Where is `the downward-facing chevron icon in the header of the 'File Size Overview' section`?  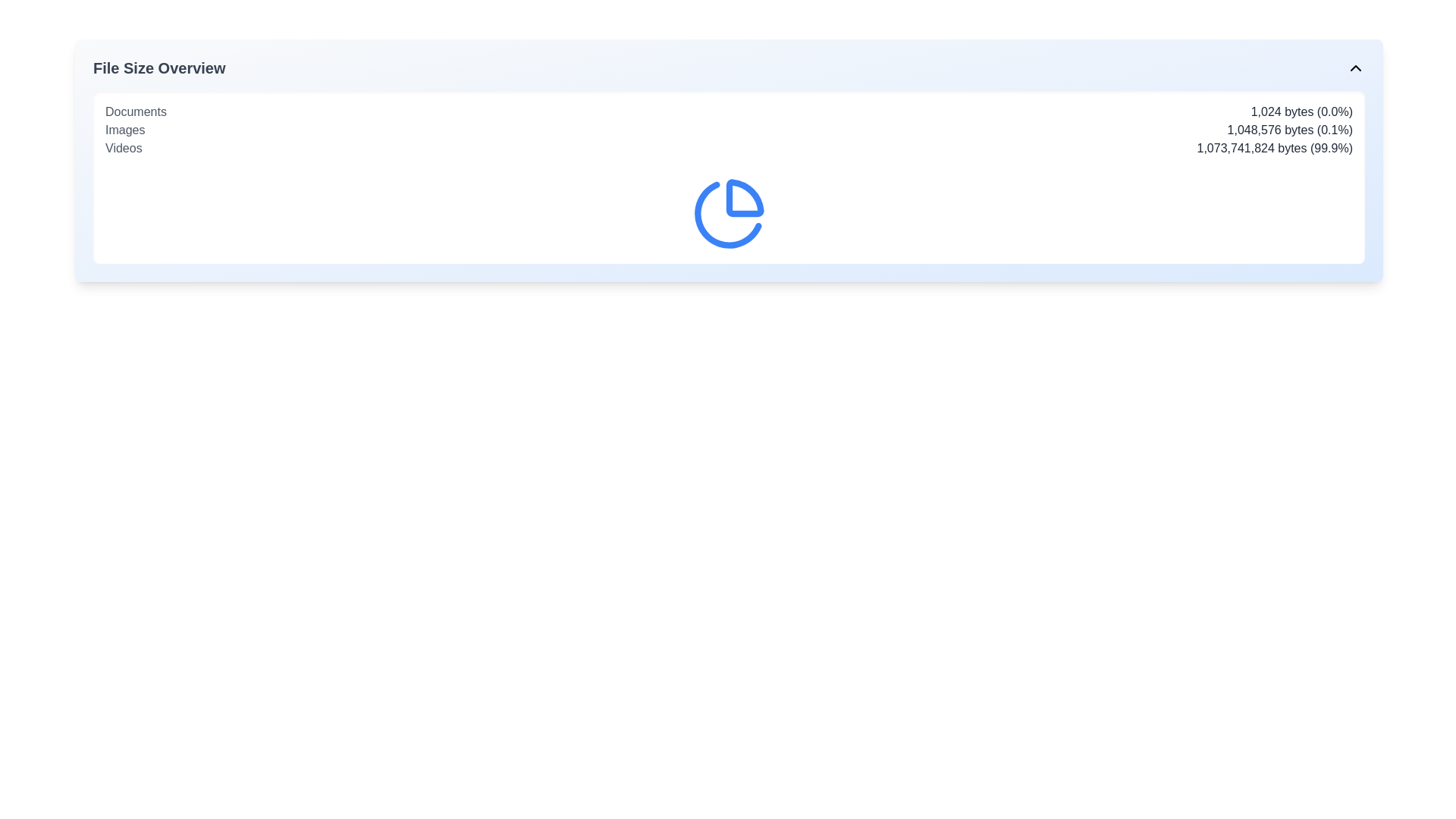 the downward-facing chevron icon in the header of the 'File Size Overview' section is located at coordinates (1356, 67).